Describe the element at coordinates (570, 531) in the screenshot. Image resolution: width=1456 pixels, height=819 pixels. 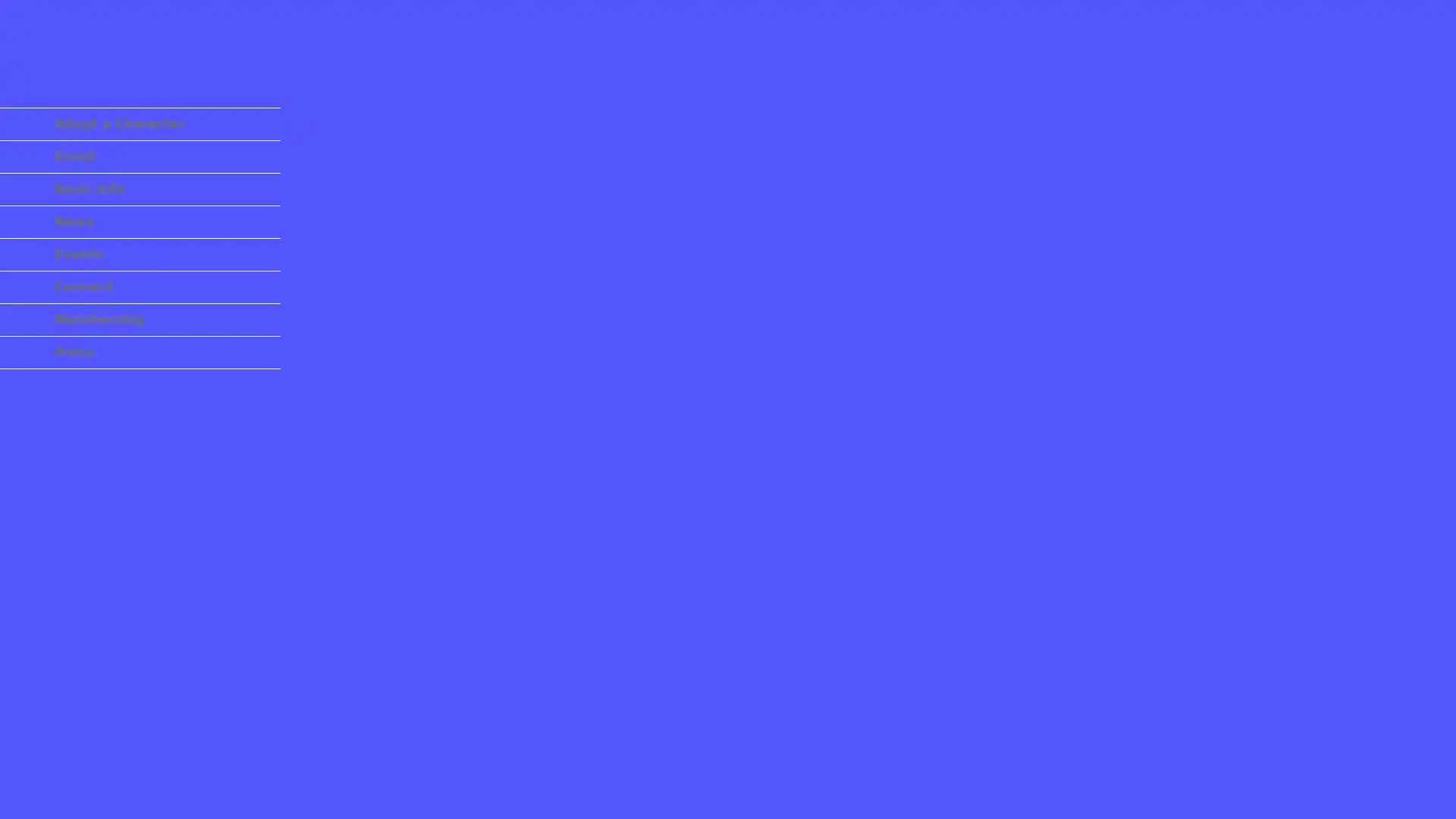
I see `U+0F5D` at that location.